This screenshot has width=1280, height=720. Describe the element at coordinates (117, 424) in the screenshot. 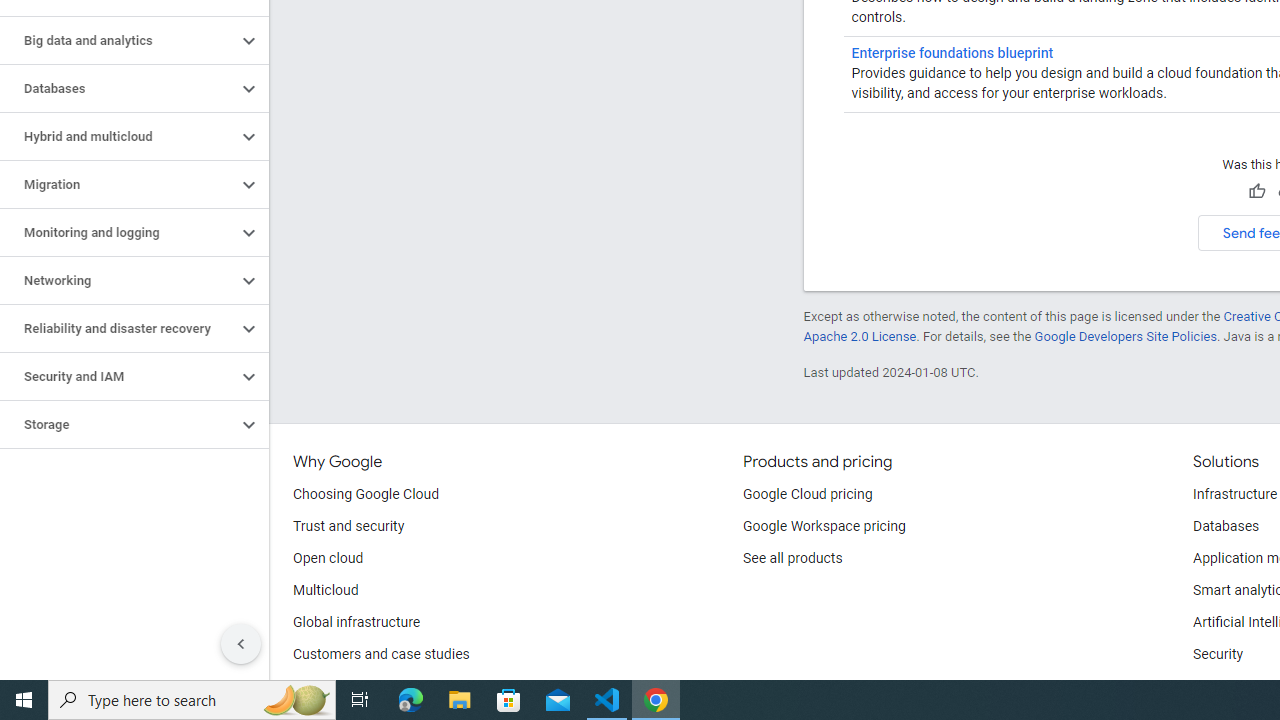

I see `'Storage'` at that location.